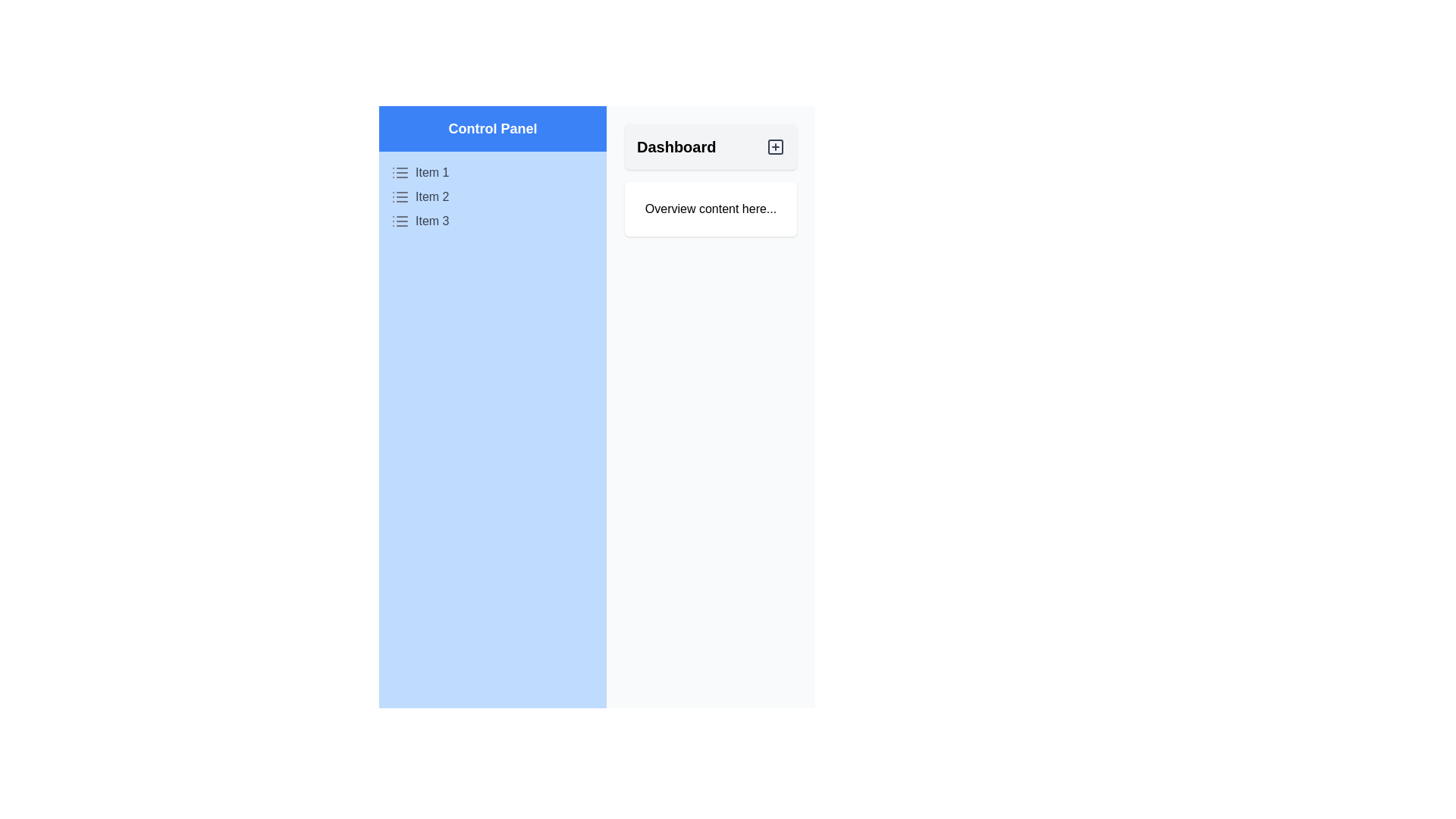 Image resolution: width=1456 pixels, height=819 pixels. Describe the element at coordinates (492, 127) in the screenshot. I see `the header element located at the top of the left sidebar, which categorizes or groups related actions or information` at that location.